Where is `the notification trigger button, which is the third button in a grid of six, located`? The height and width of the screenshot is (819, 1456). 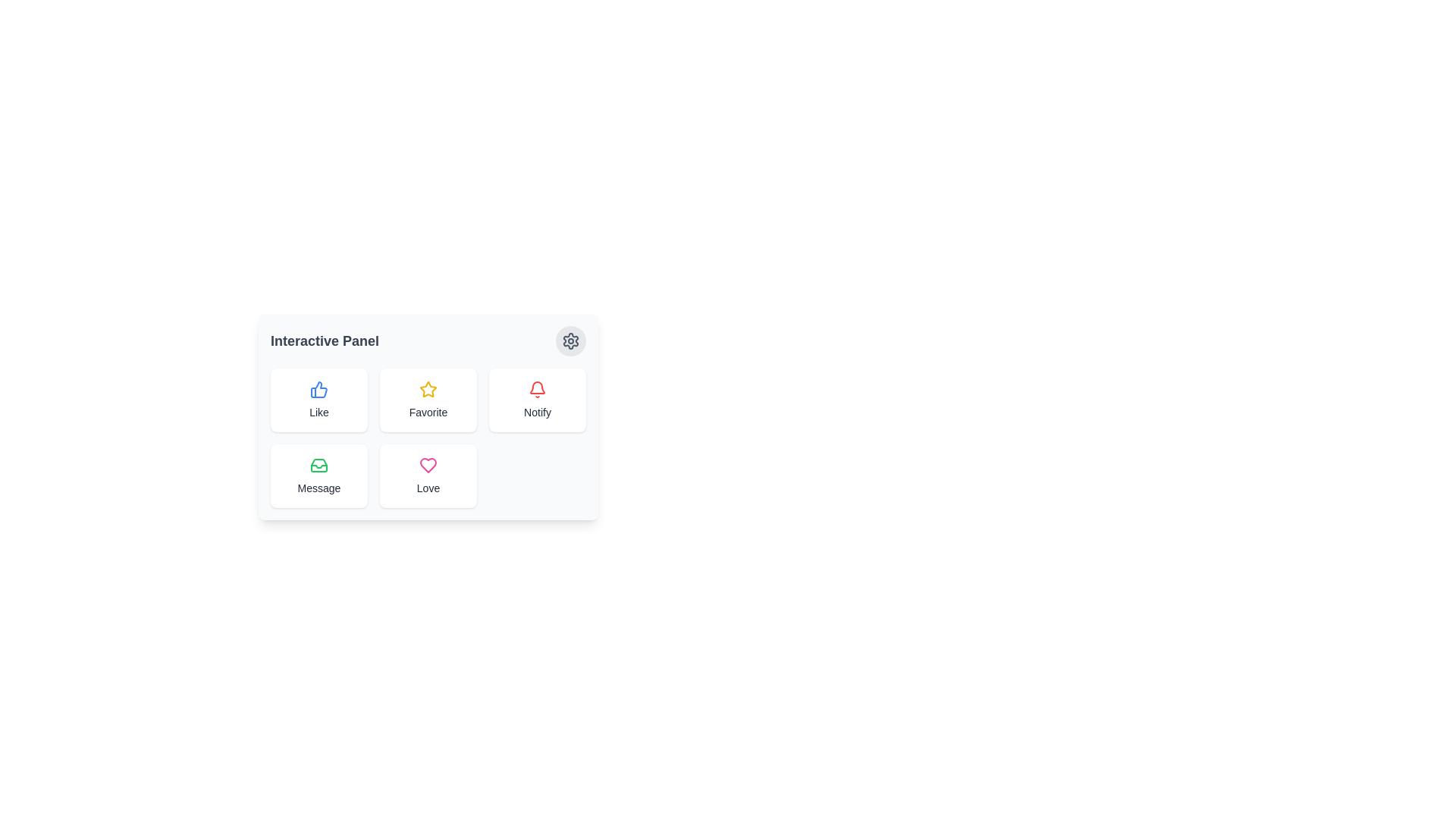
the notification trigger button, which is the third button in a grid of six, located is located at coordinates (538, 400).